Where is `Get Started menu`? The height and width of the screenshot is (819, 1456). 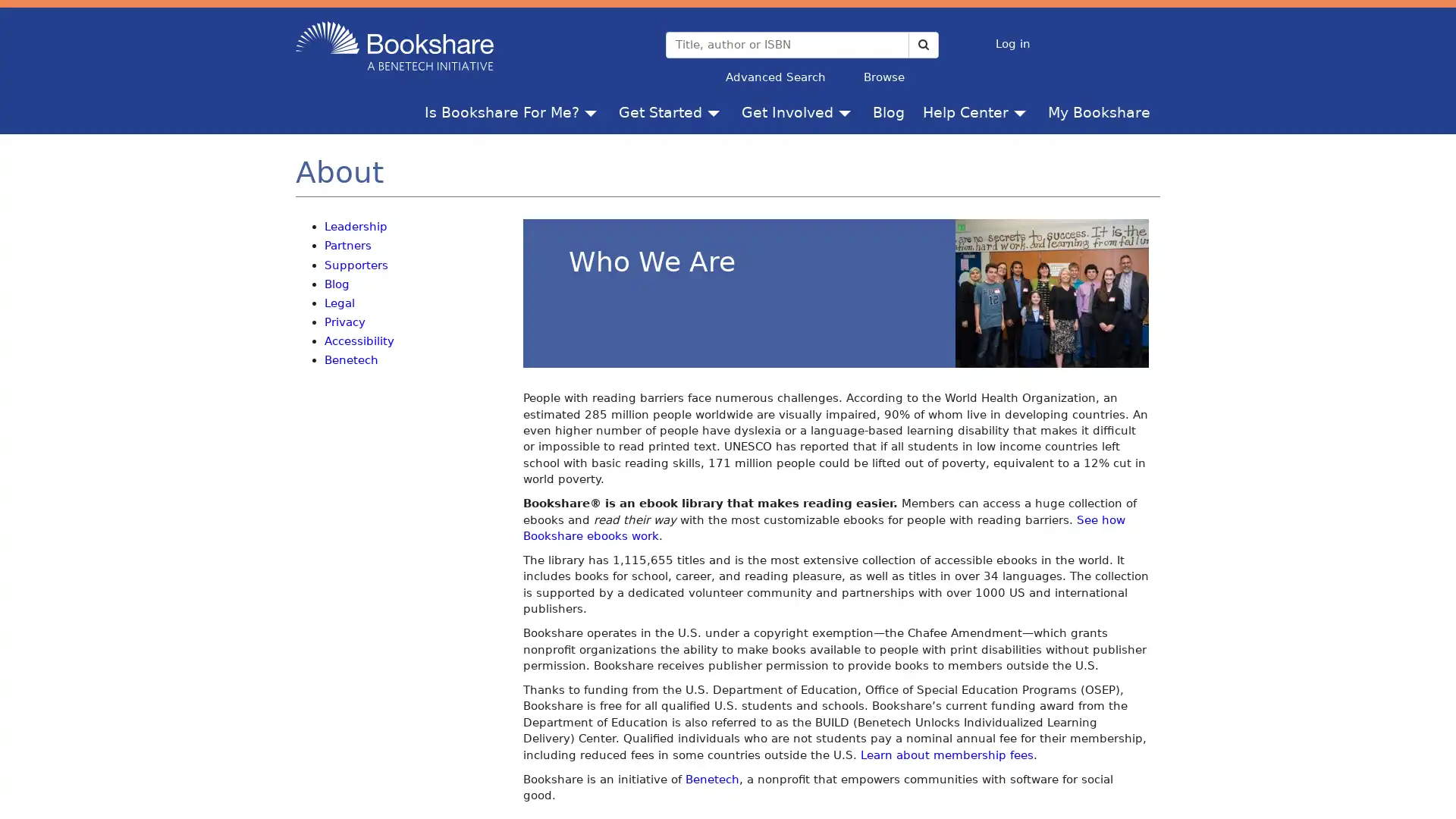 Get Started menu is located at coordinates (716, 111).